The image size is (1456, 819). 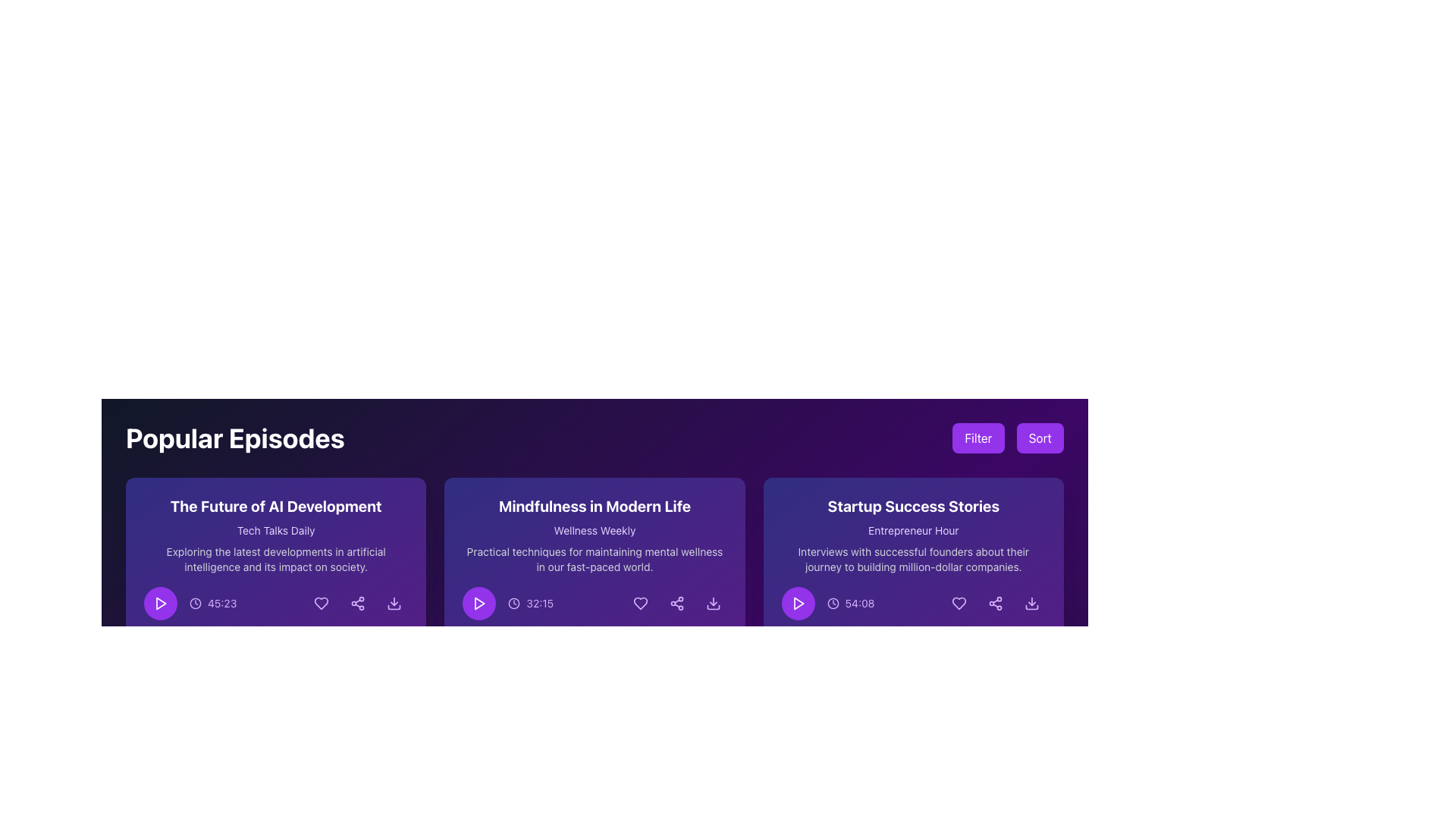 What do you see at coordinates (912, 635) in the screenshot?
I see `the progress bar located at the bottom edge of the 'Startup Success Stories' card, just above the text displaying the number of listeners` at bounding box center [912, 635].